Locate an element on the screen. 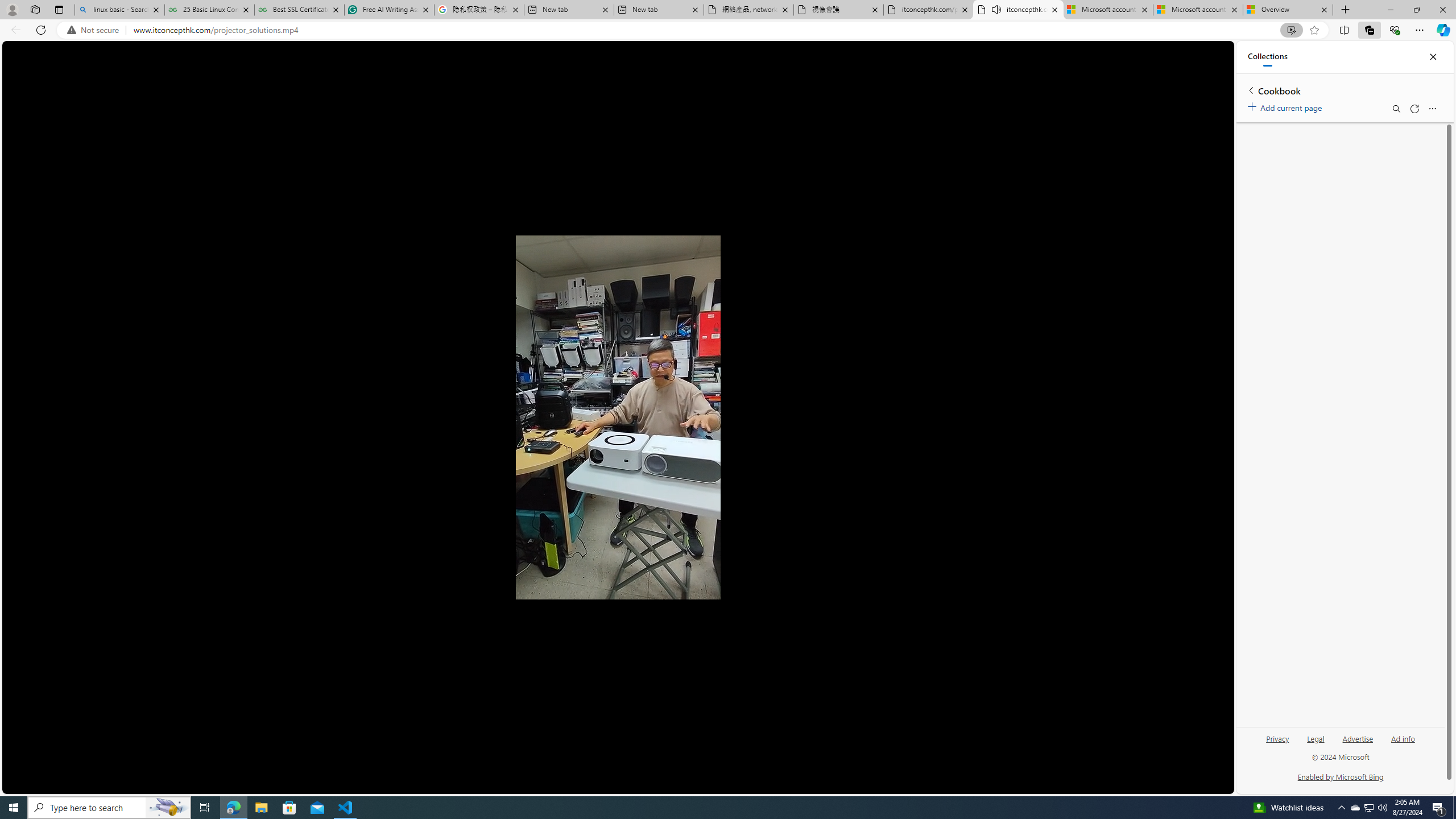 Image resolution: width=1456 pixels, height=819 pixels. 'Mute tab' is located at coordinates (996, 9).